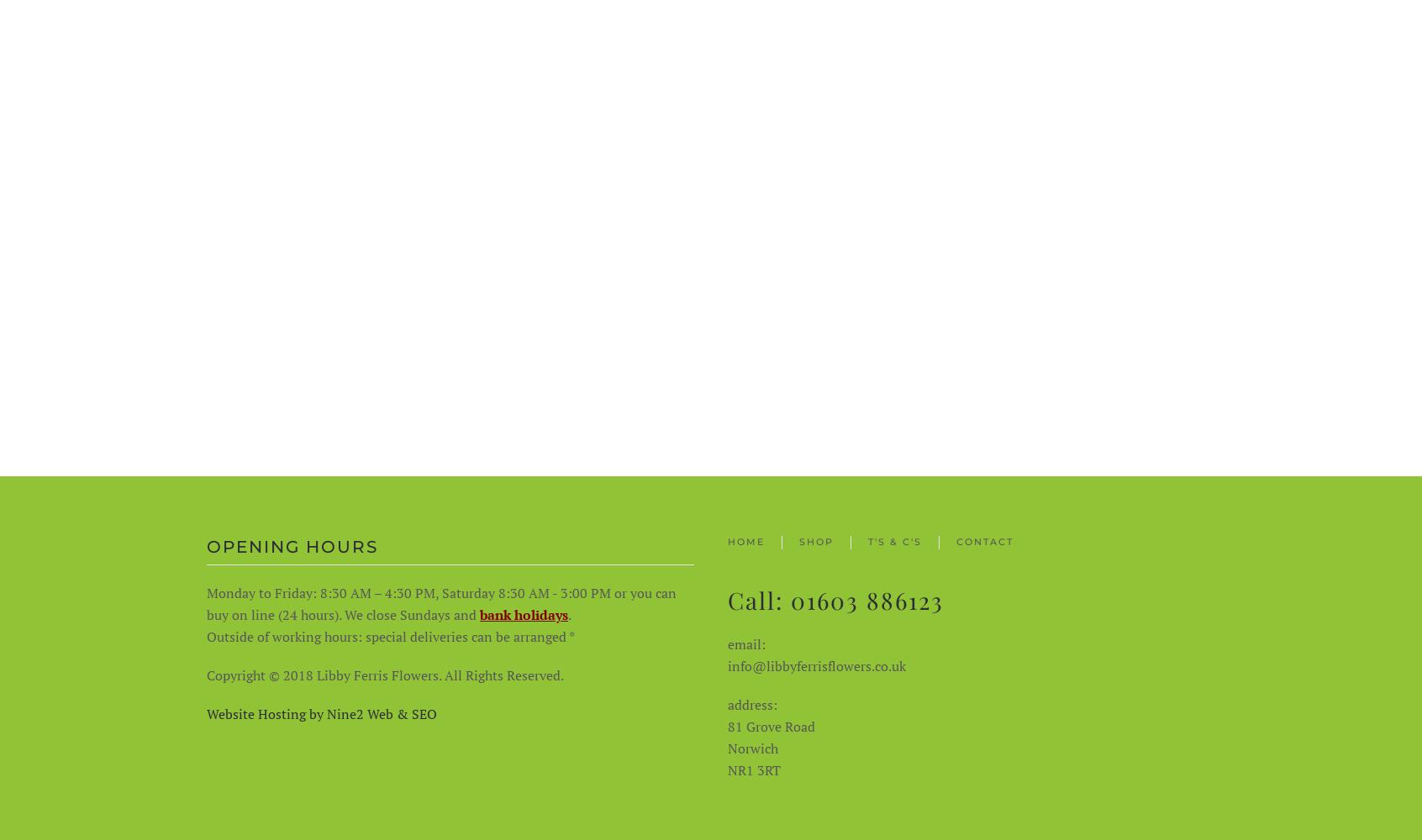 The width and height of the screenshot is (1422, 840). Describe the element at coordinates (817, 666) in the screenshot. I see `'info@libbyferrisflowers.co.uk'` at that location.